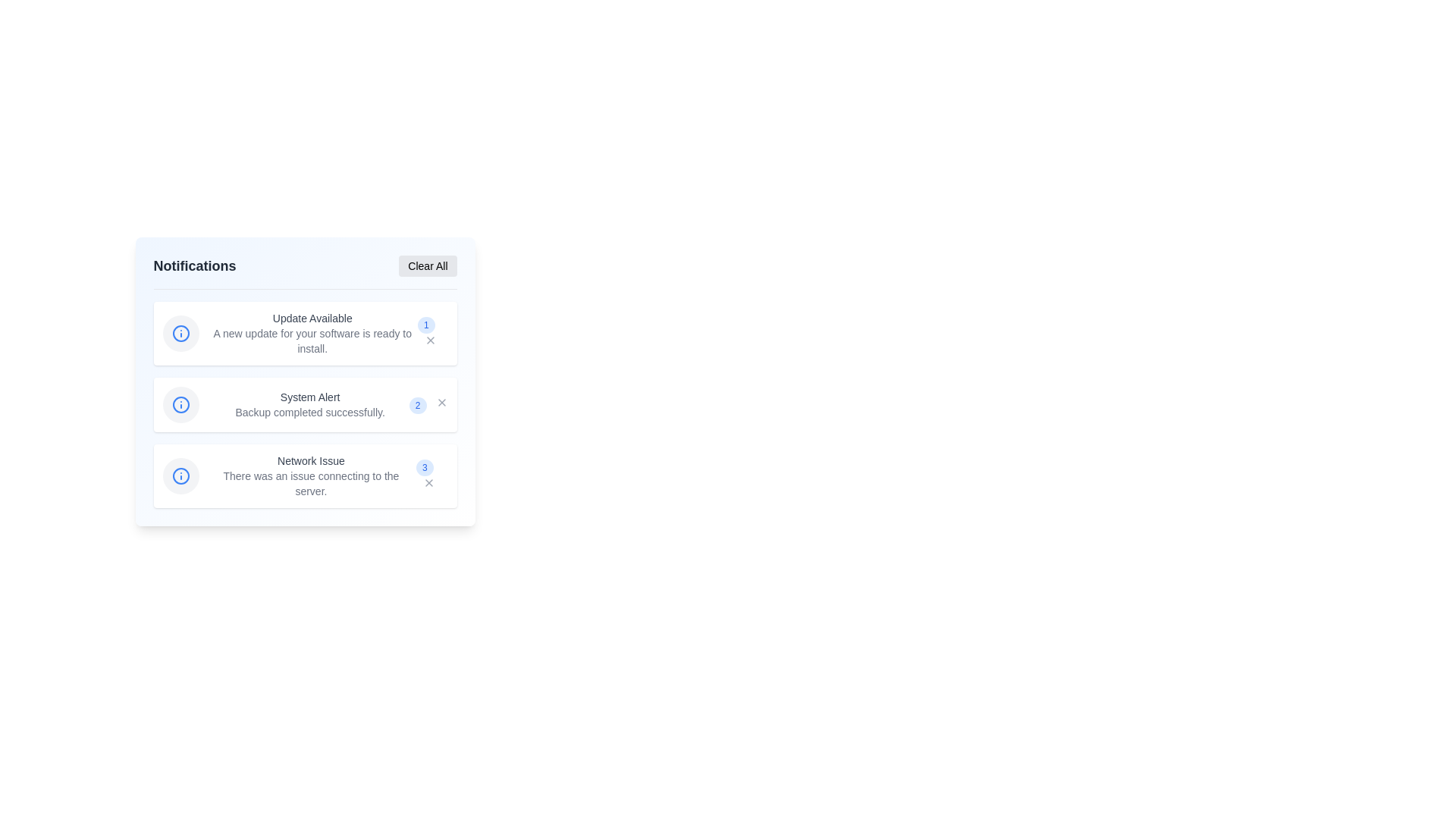 Image resolution: width=1456 pixels, height=819 pixels. What do you see at coordinates (180, 403) in the screenshot?
I see `the circular icon with a blue outline and white fill, containing a small blue information symbol, located in the middle-left of the 'System Alert' notification row for additional details` at bounding box center [180, 403].